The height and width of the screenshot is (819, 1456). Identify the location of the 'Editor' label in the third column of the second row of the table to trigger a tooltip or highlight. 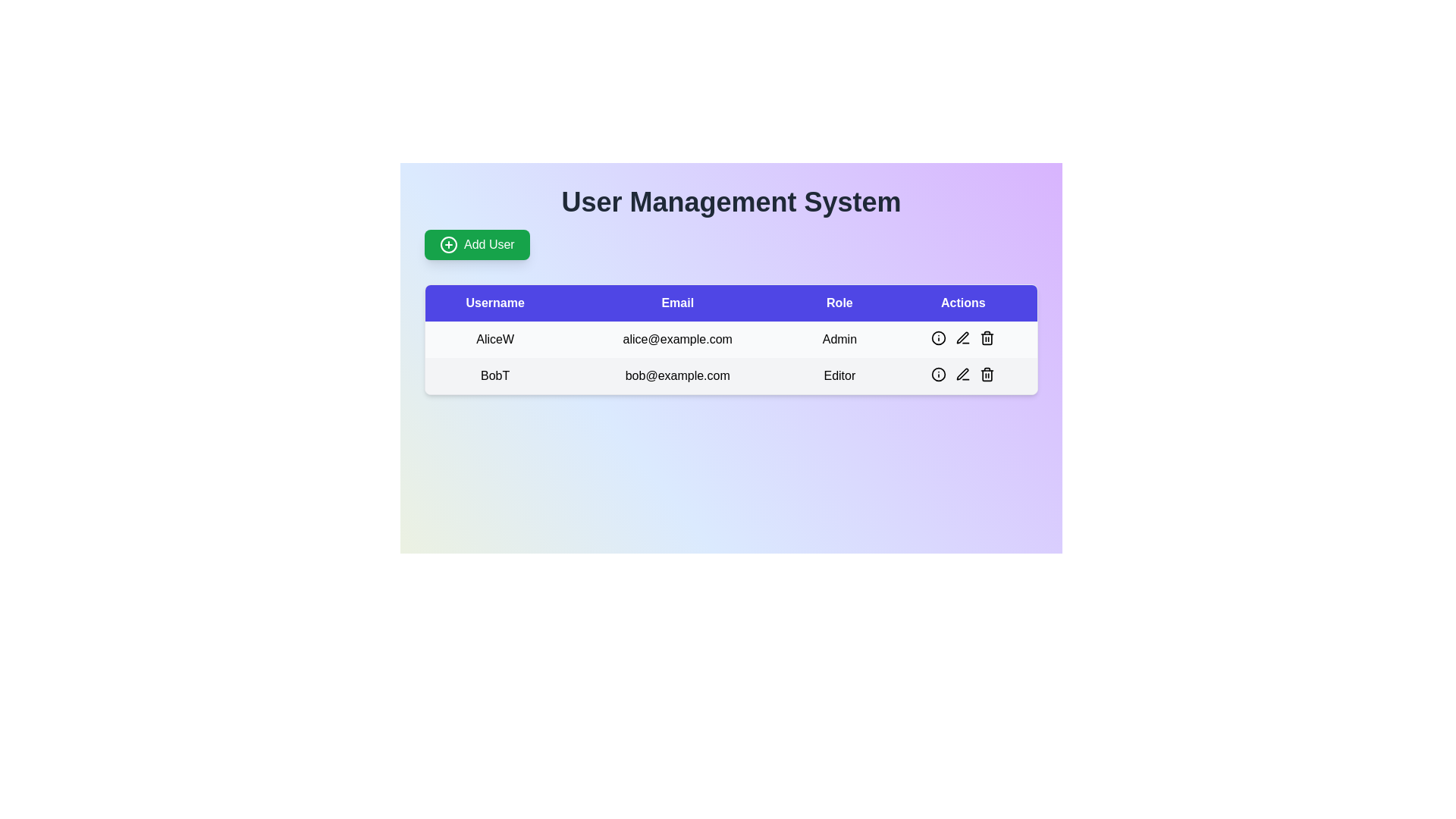
(839, 375).